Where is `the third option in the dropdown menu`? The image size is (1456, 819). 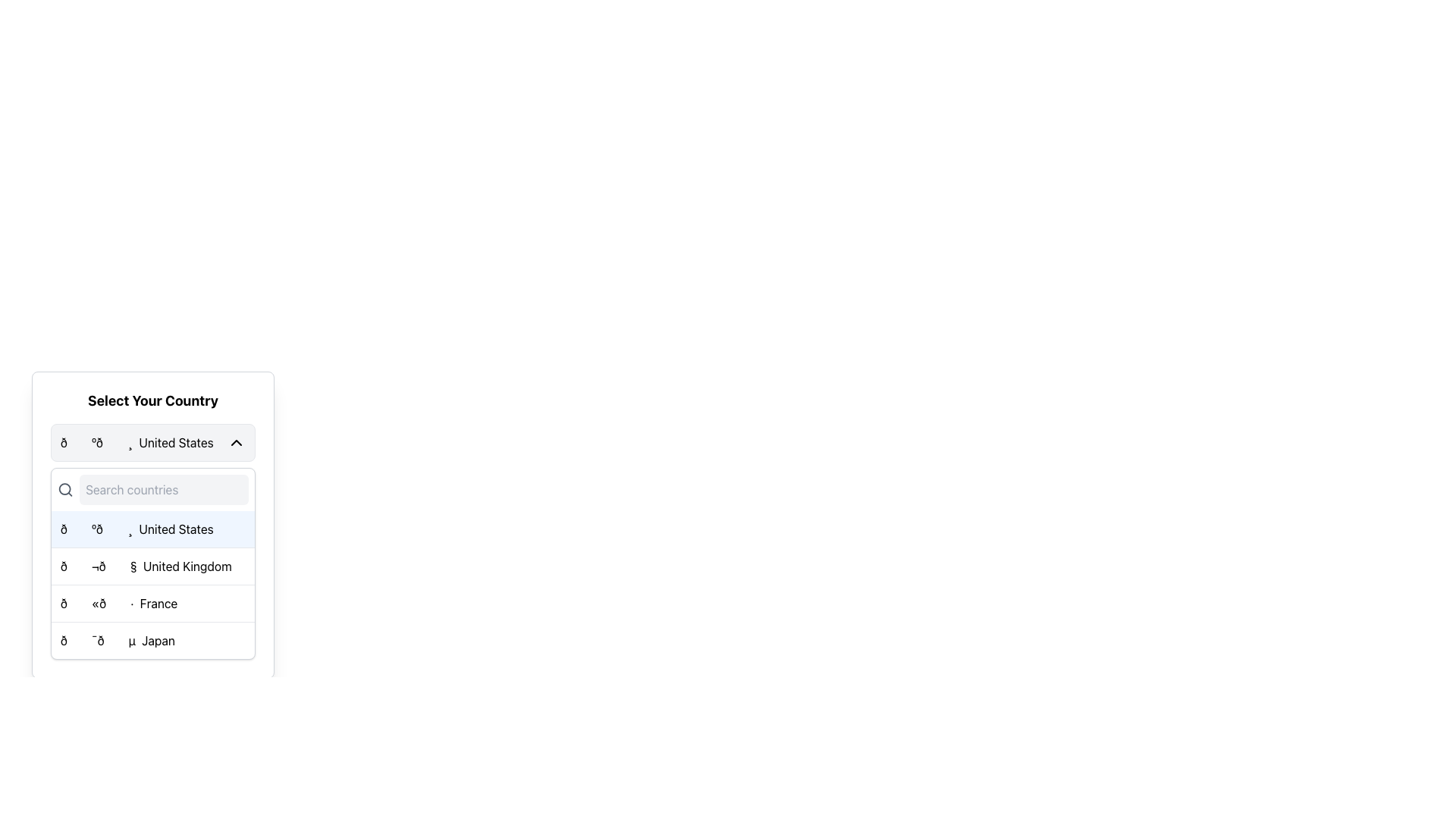 the third option in the dropdown menu is located at coordinates (152, 601).